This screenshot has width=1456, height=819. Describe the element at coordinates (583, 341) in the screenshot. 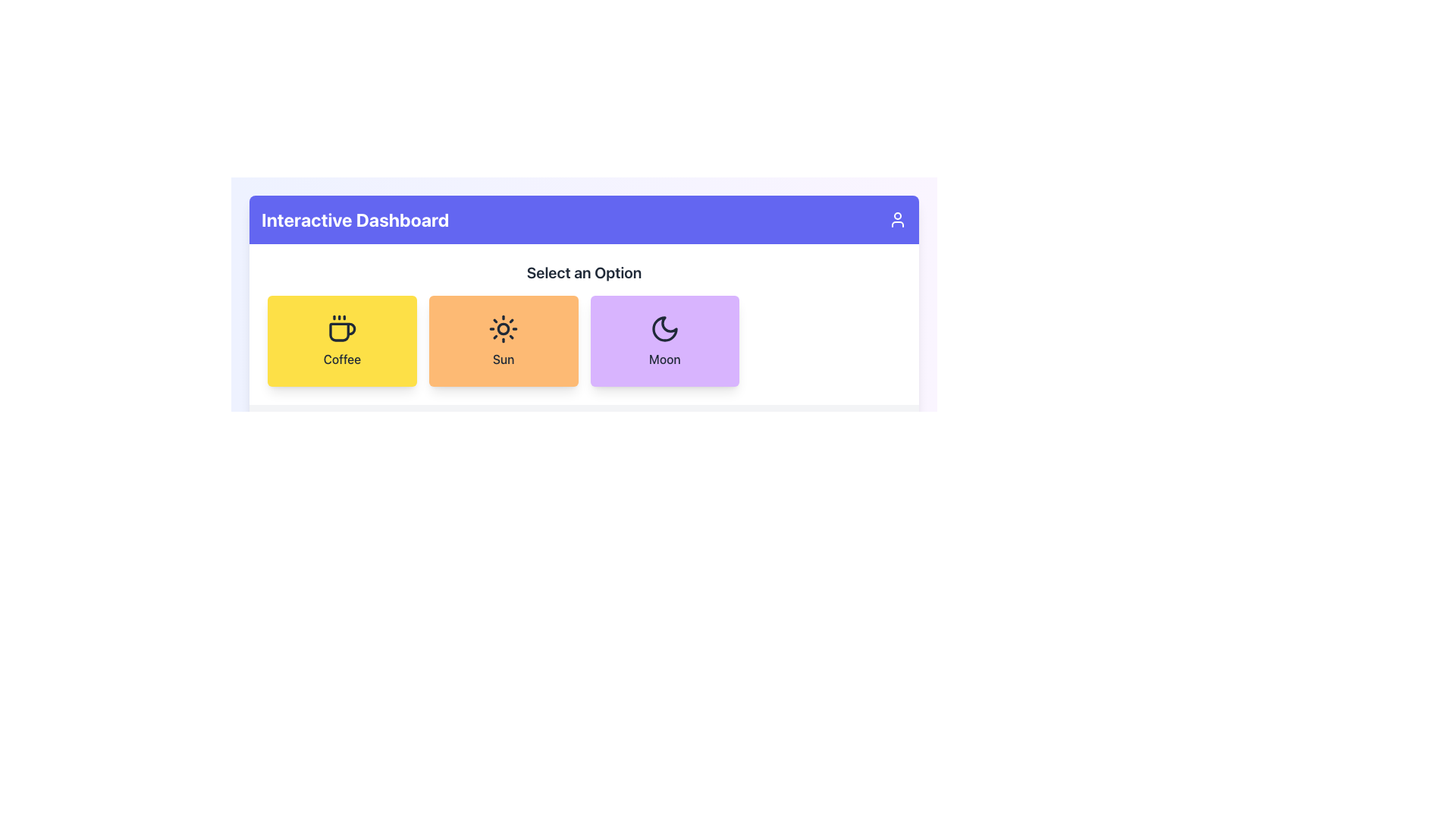

I see `the interactive Grid layout element that presents options for 'Coffee', 'Sun', or 'Moon' located beneath the 'Select an Option' header` at that location.